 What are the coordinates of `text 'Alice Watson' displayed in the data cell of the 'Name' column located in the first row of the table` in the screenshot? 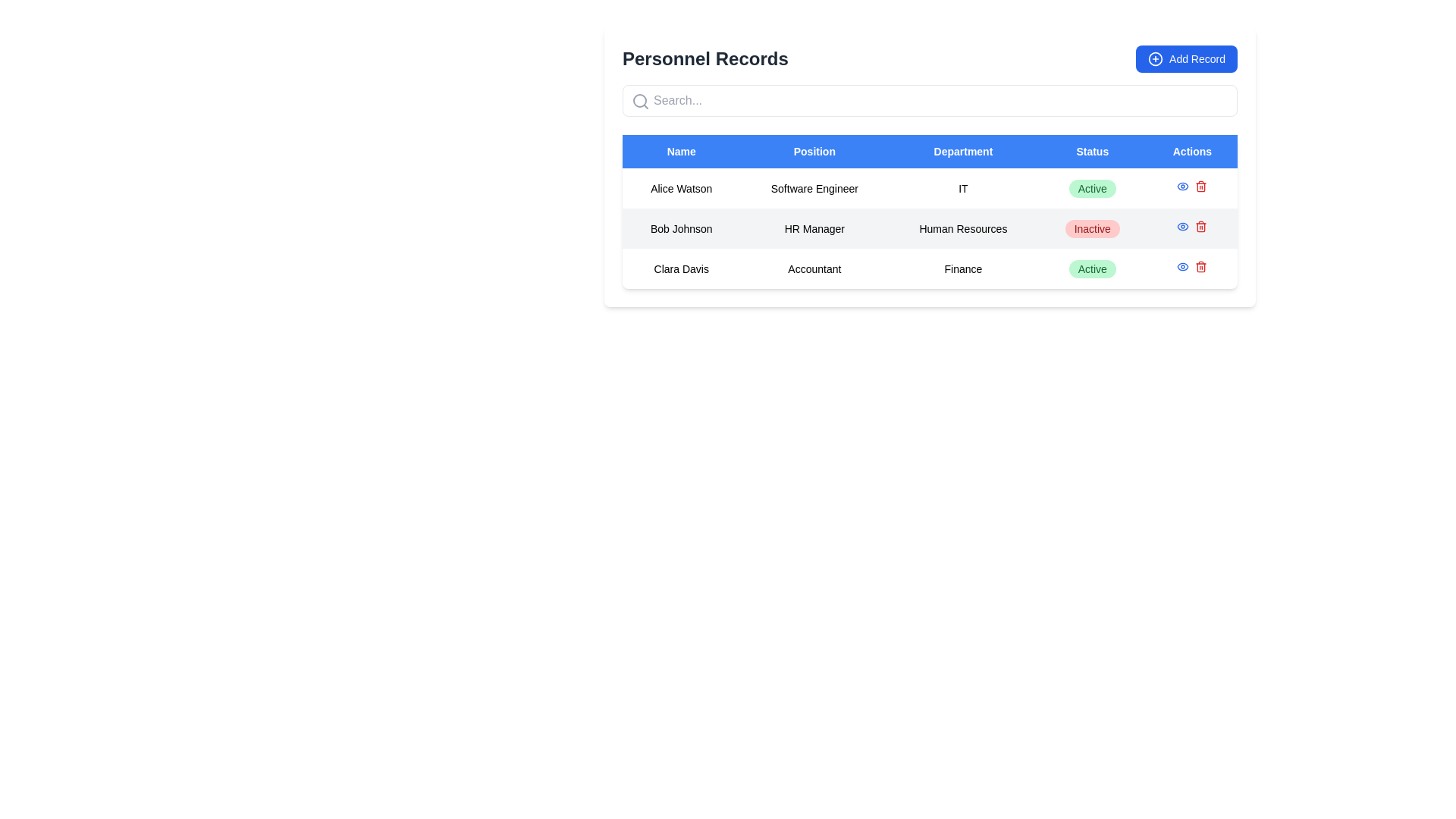 It's located at (680, 187).